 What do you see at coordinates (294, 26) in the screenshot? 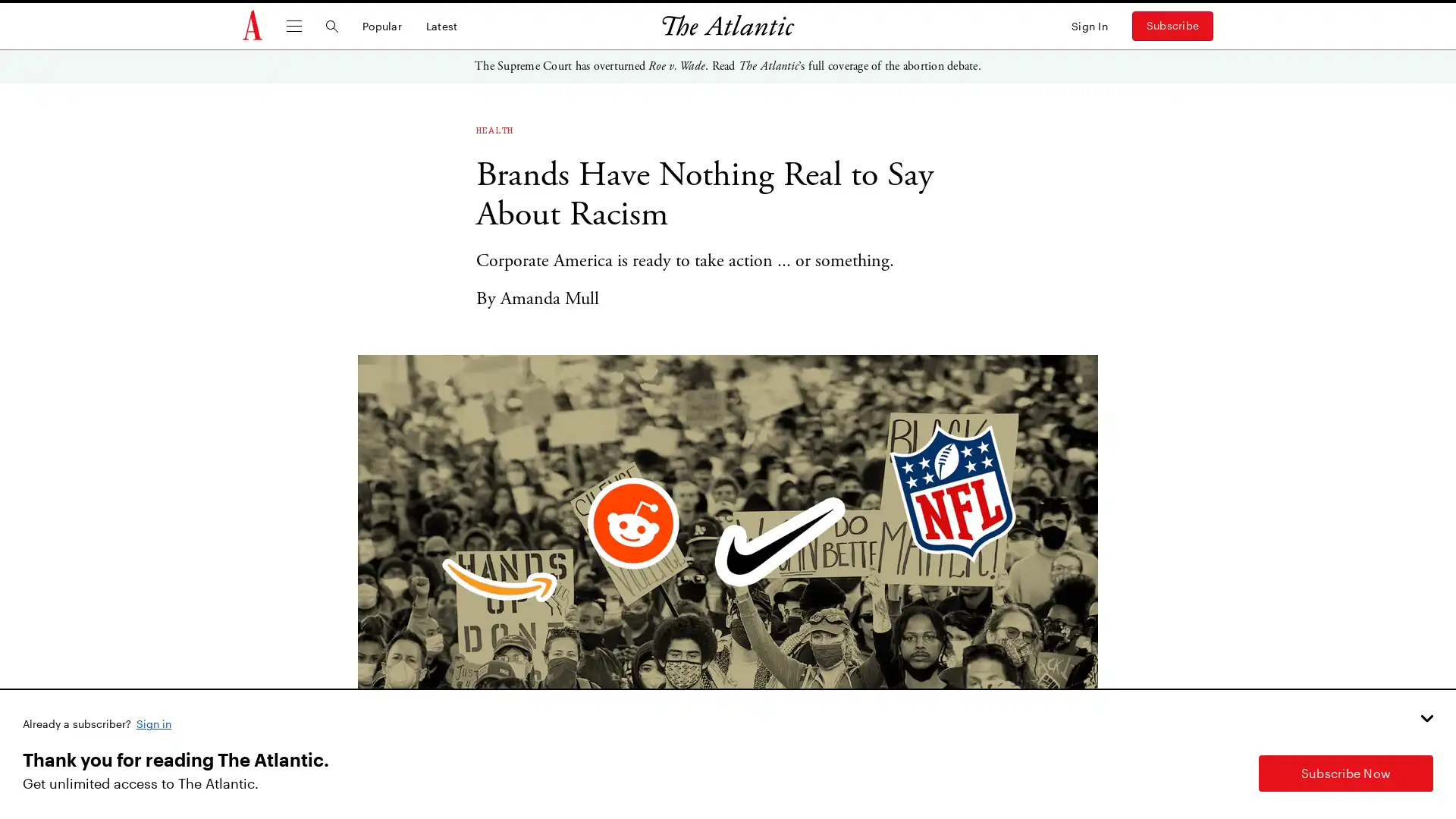
I see `Open Main Menu` at bounding box center [294, 26].